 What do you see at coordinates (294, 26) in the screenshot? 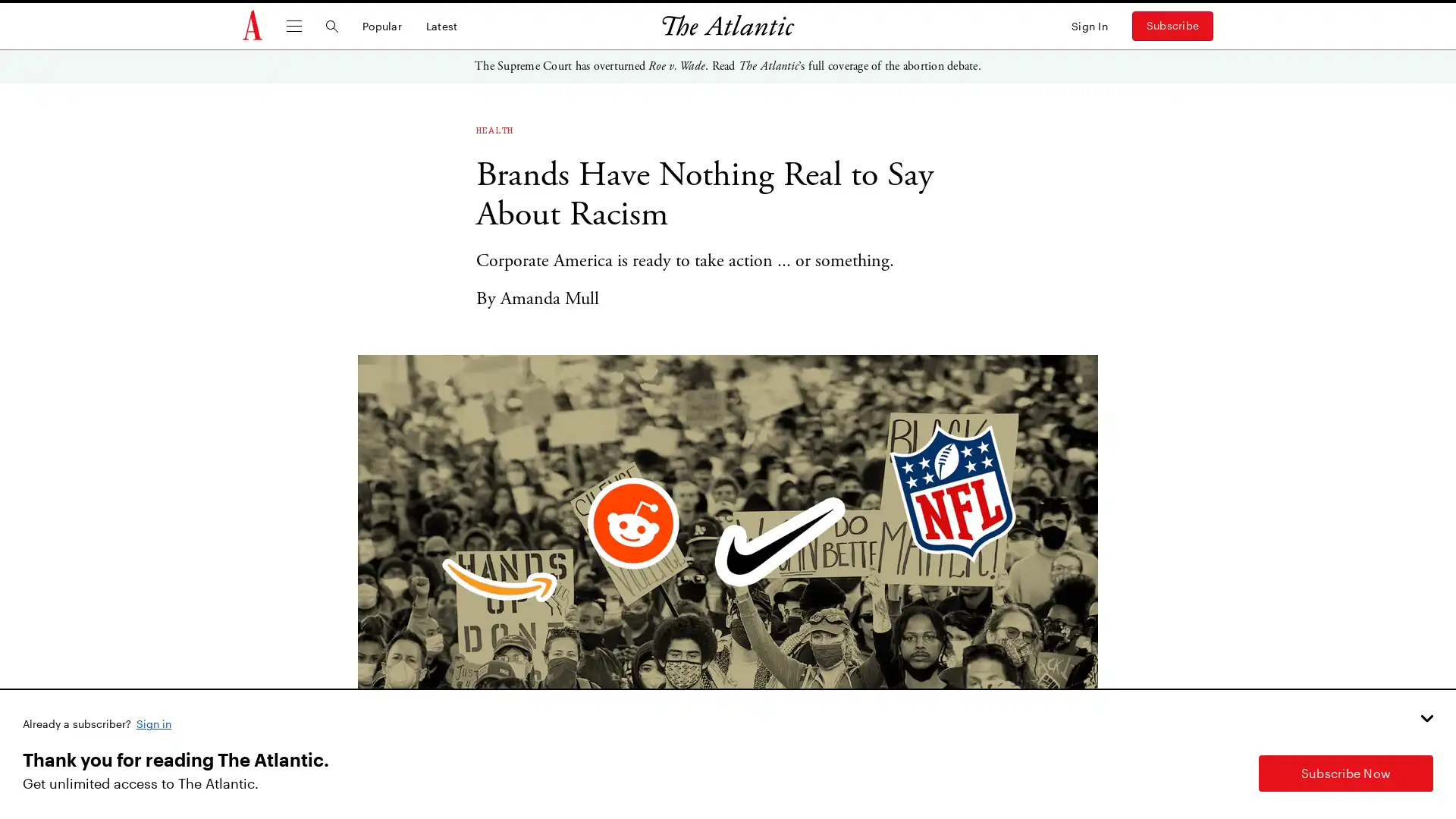
I see `Open Main Menu` at bounding box center [294, 26].